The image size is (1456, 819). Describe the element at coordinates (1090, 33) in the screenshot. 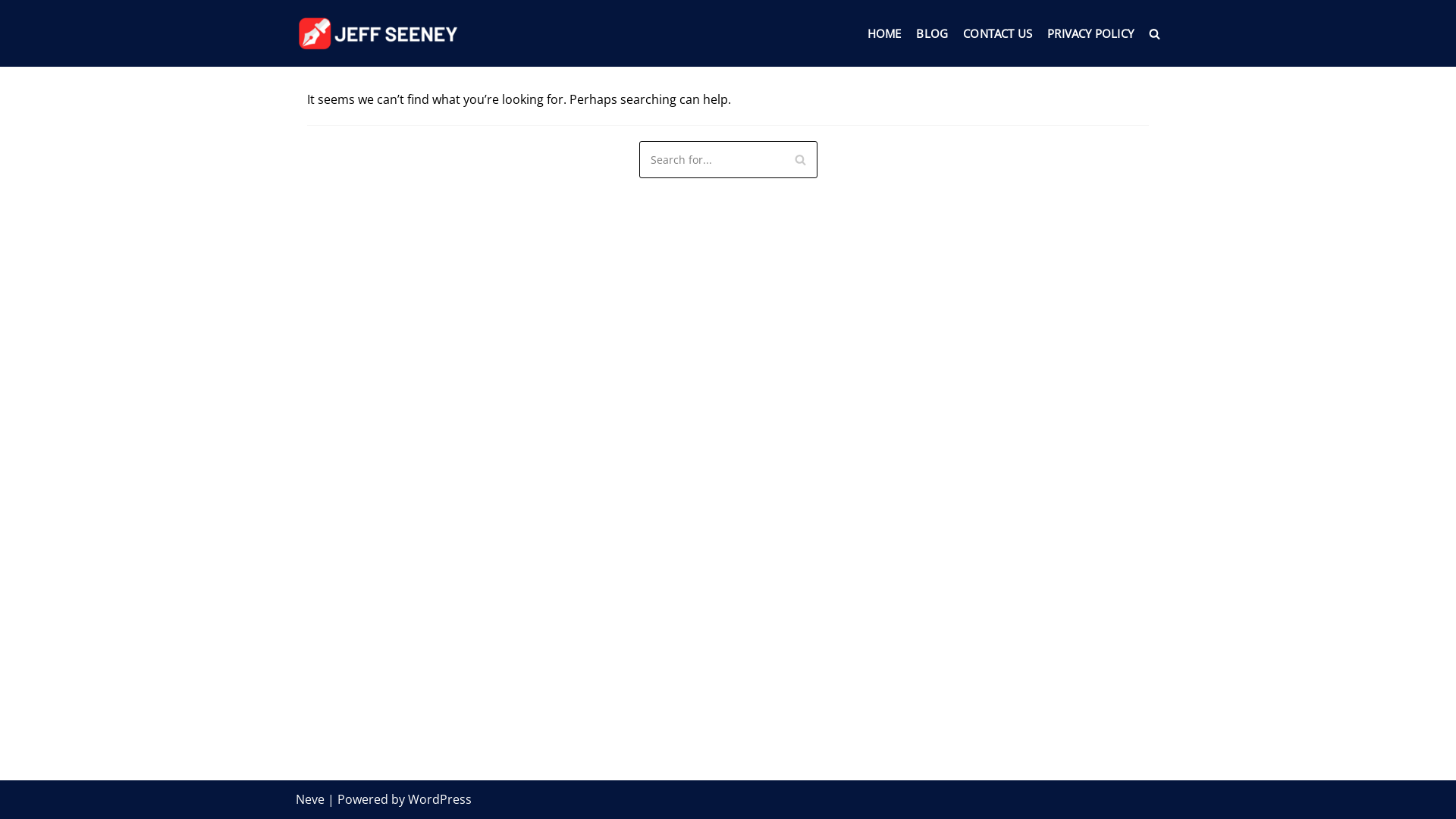

I see `'PRIVACY POLICY'` at that location.